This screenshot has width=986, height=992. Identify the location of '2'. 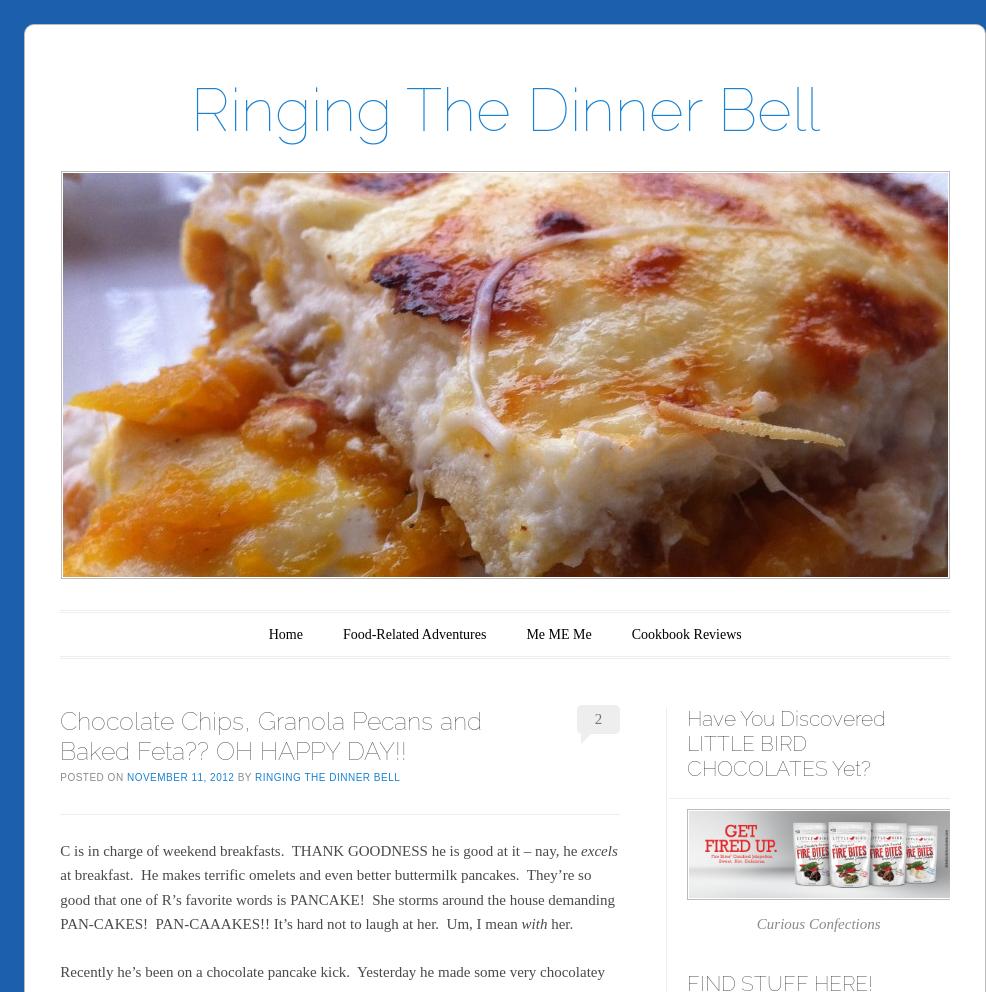
(598, 719).